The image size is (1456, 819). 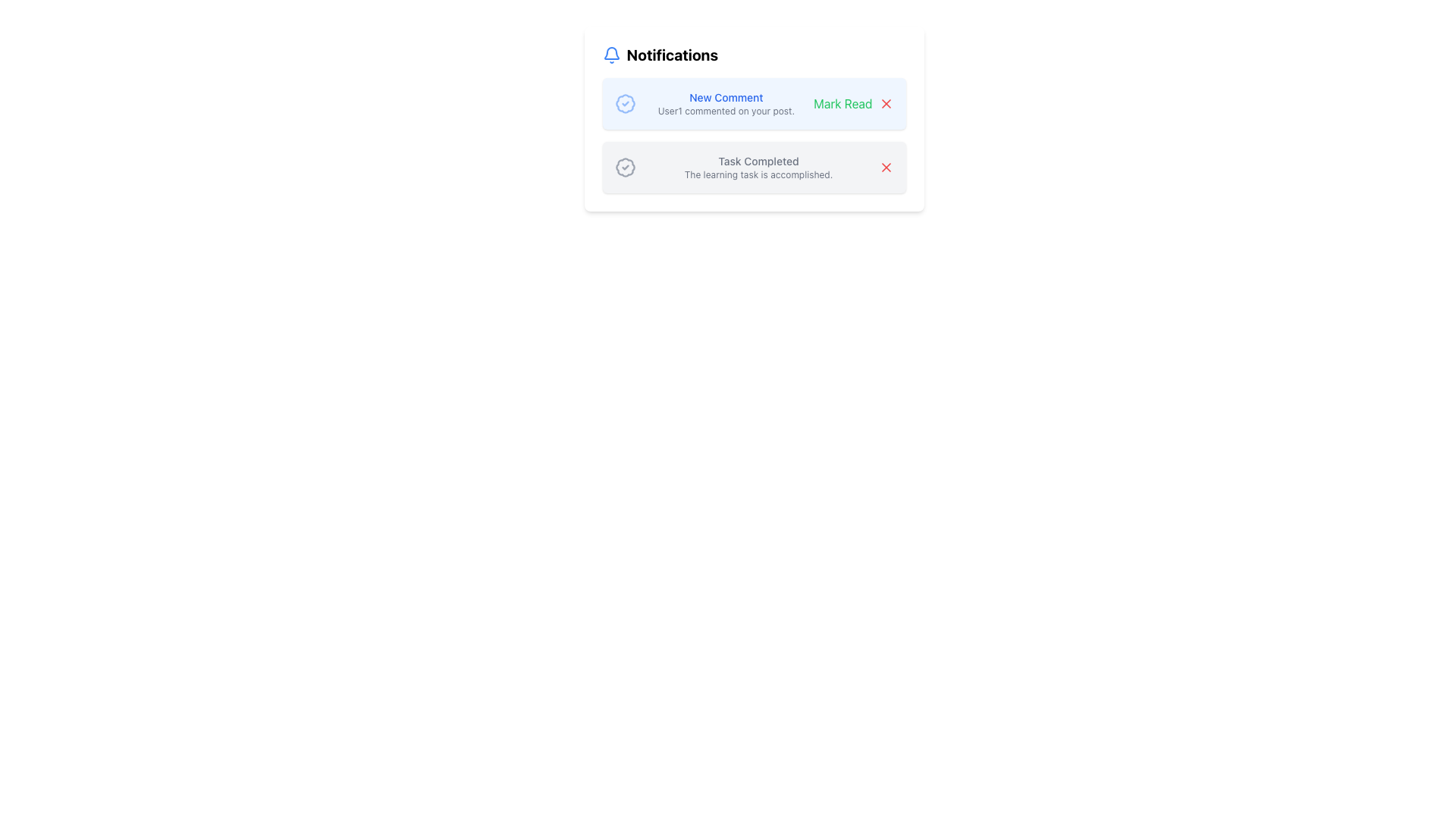 What do you see at coordinates (725, 97) in the screenshot?
I see `the text label indicating a new comment, which is the title of the notification positioned at the top of the notification list` at bounding box center [725, 97].